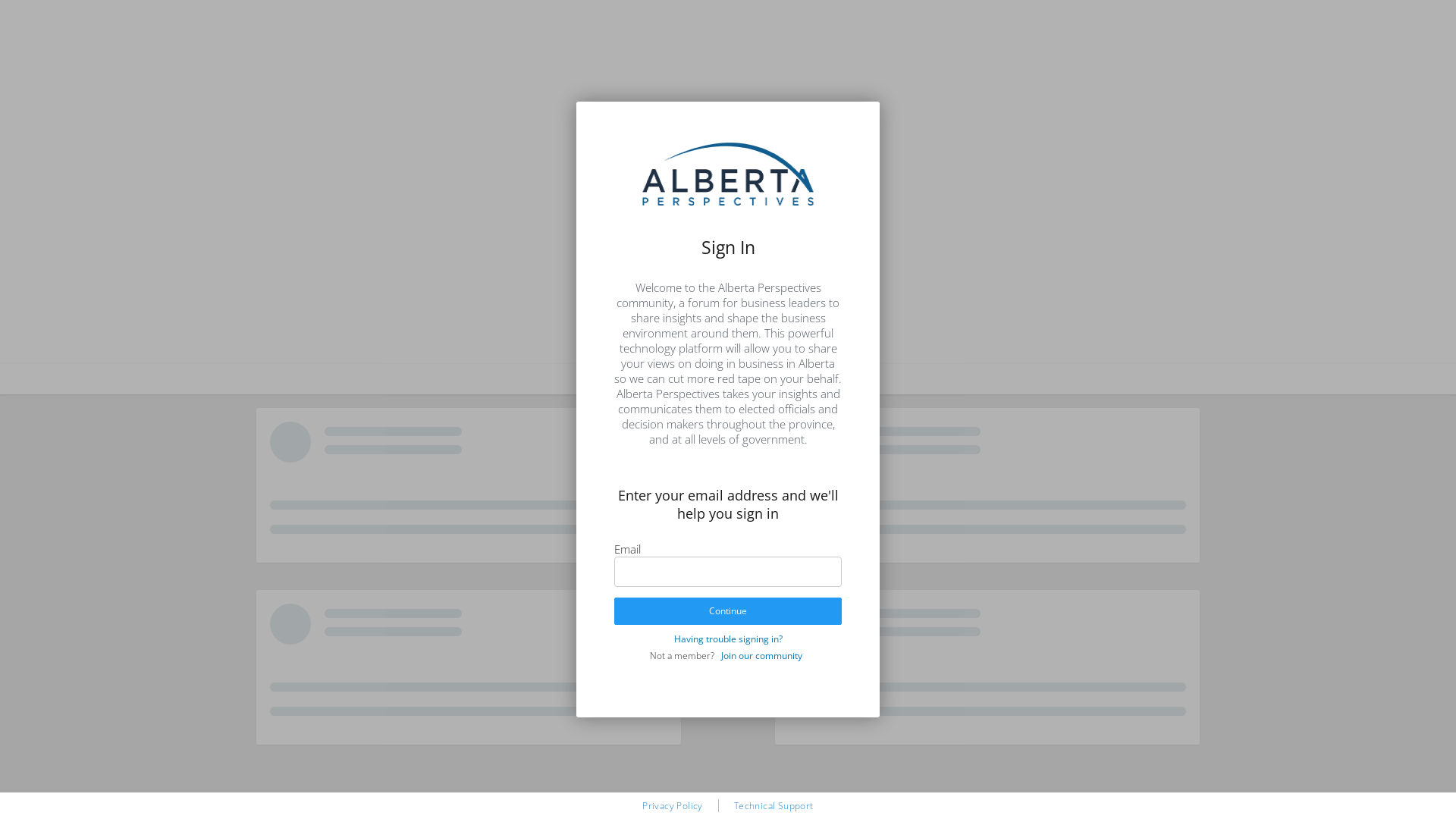 The width and height of the screenshot is (1456, 819). I want to click on 'Having trouble signing in?', so click(726, 638).